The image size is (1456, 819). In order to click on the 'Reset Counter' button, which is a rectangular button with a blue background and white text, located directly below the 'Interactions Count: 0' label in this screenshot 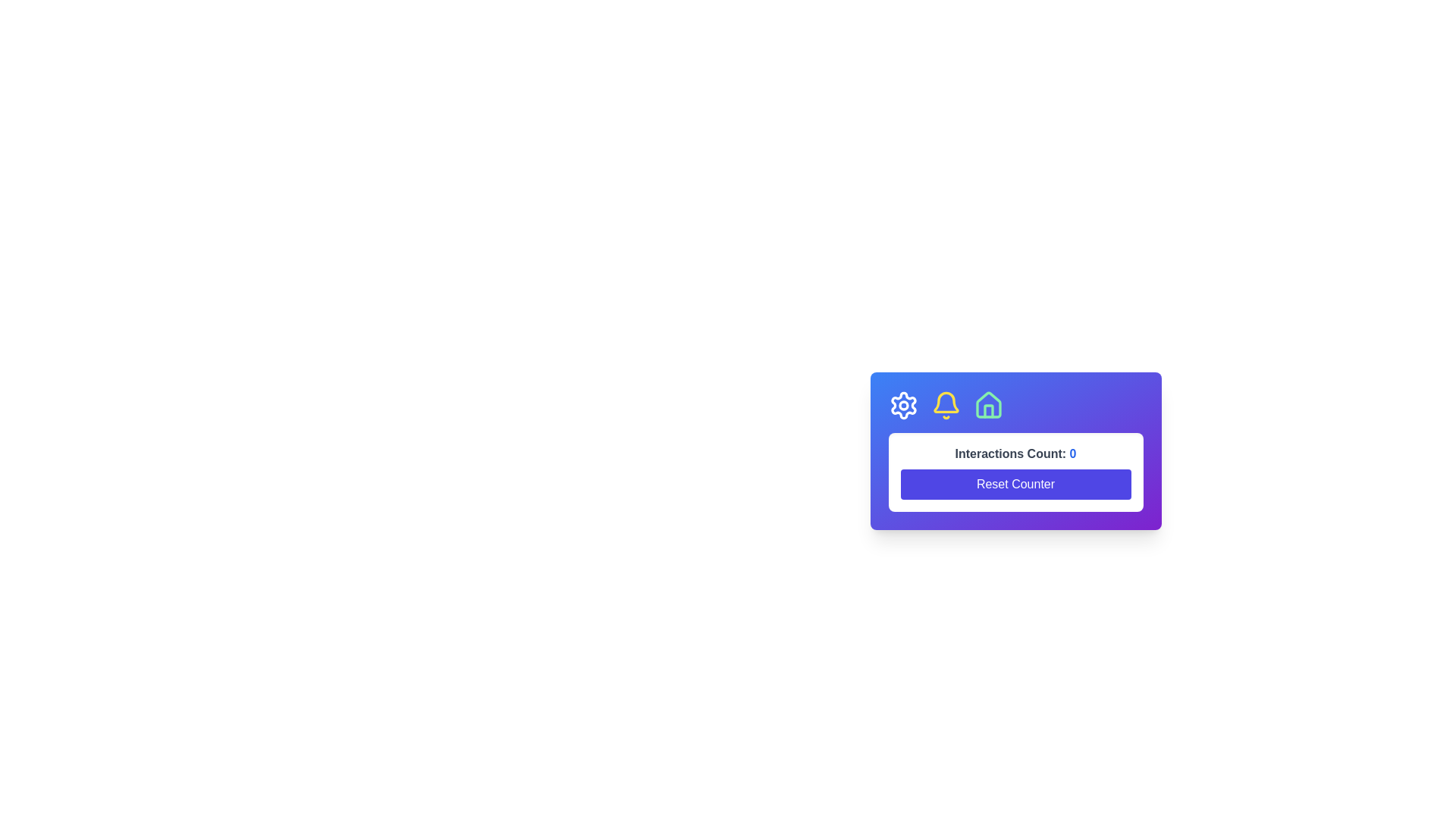, I will do `click(1015, 485)`.